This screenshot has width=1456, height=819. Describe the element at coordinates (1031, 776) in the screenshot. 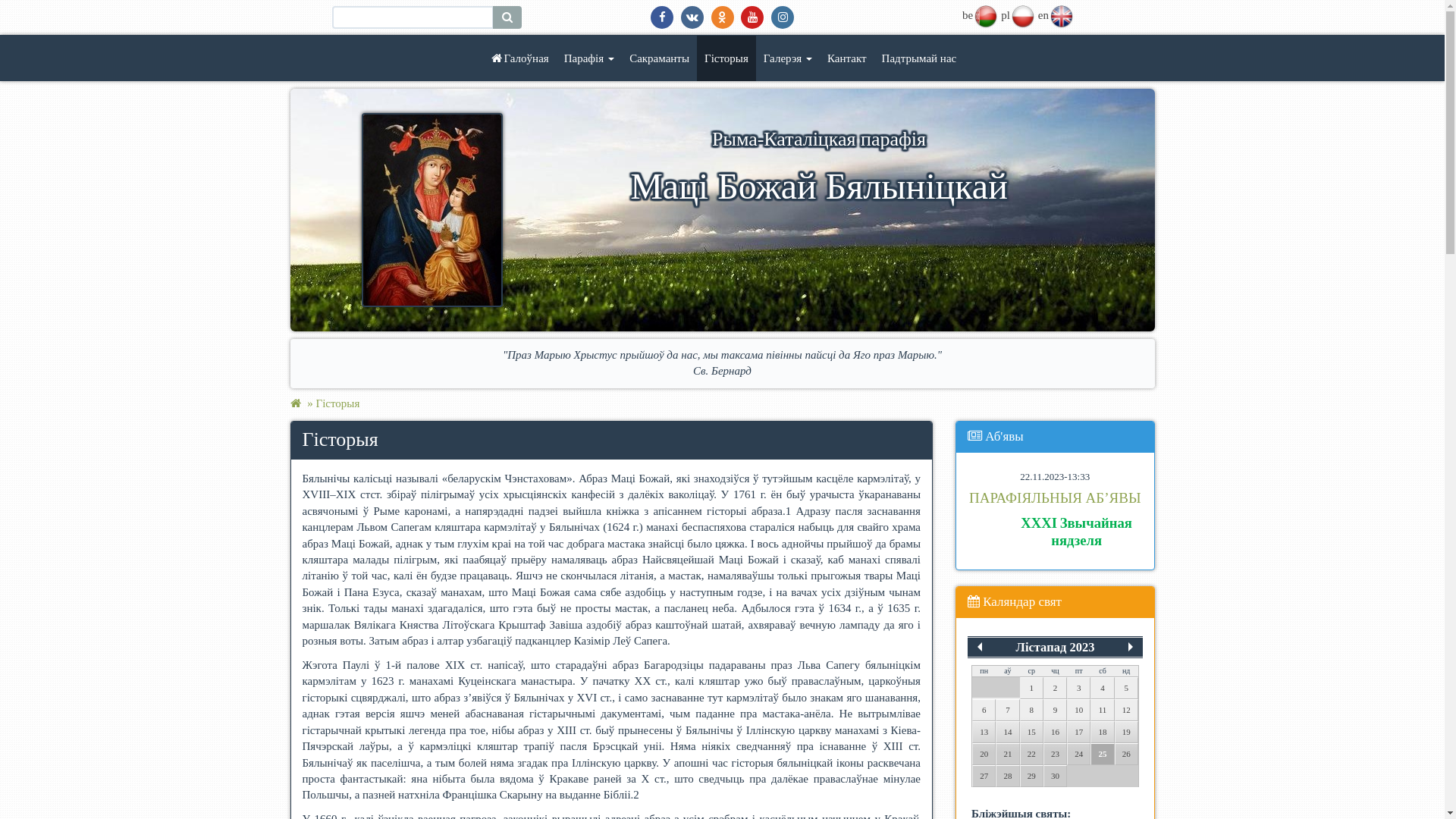

I see `'29'` at that location.